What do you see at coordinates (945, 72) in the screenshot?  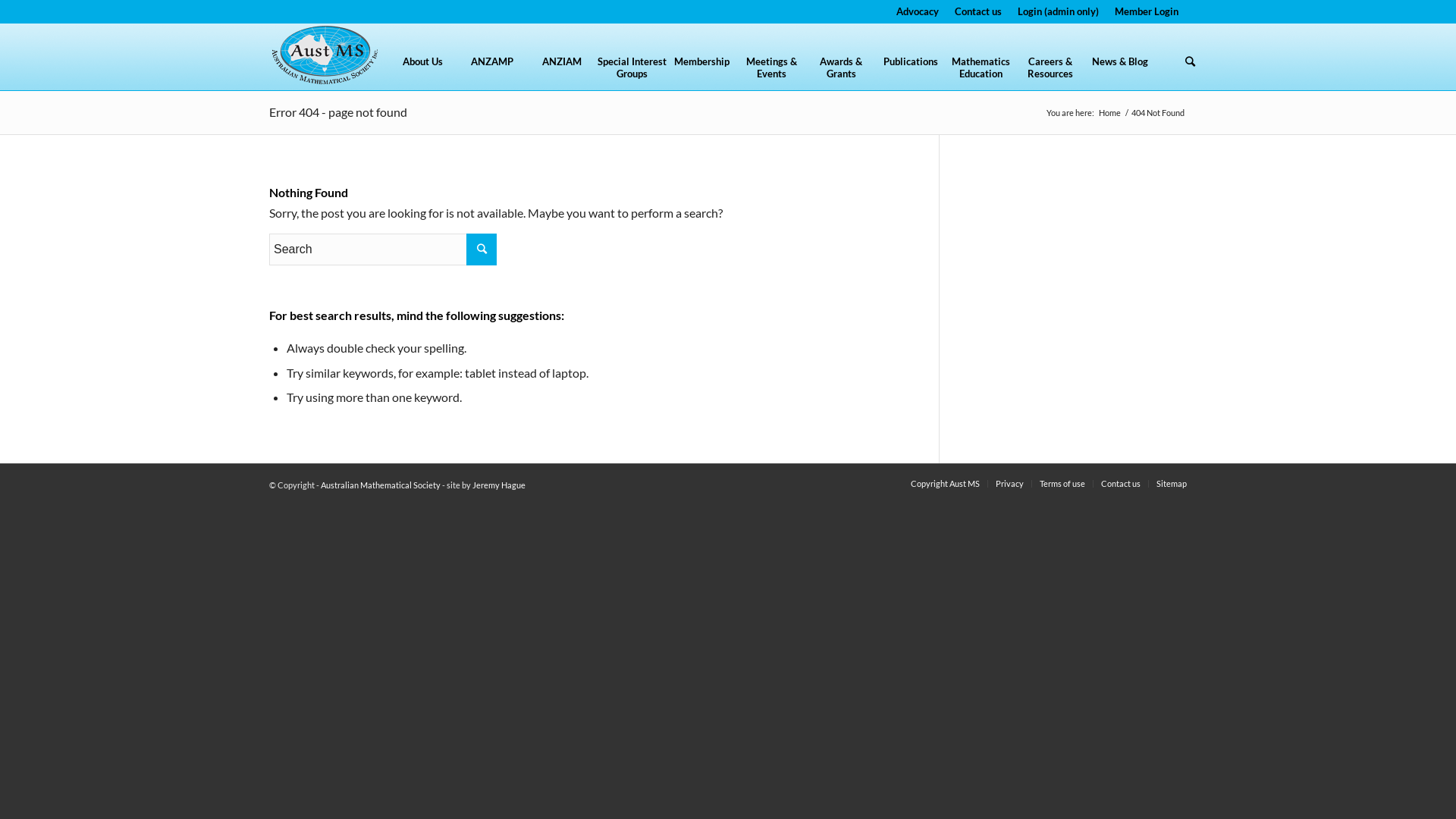 I see `'Mathematics Education'` at bounding box center [945, 72].